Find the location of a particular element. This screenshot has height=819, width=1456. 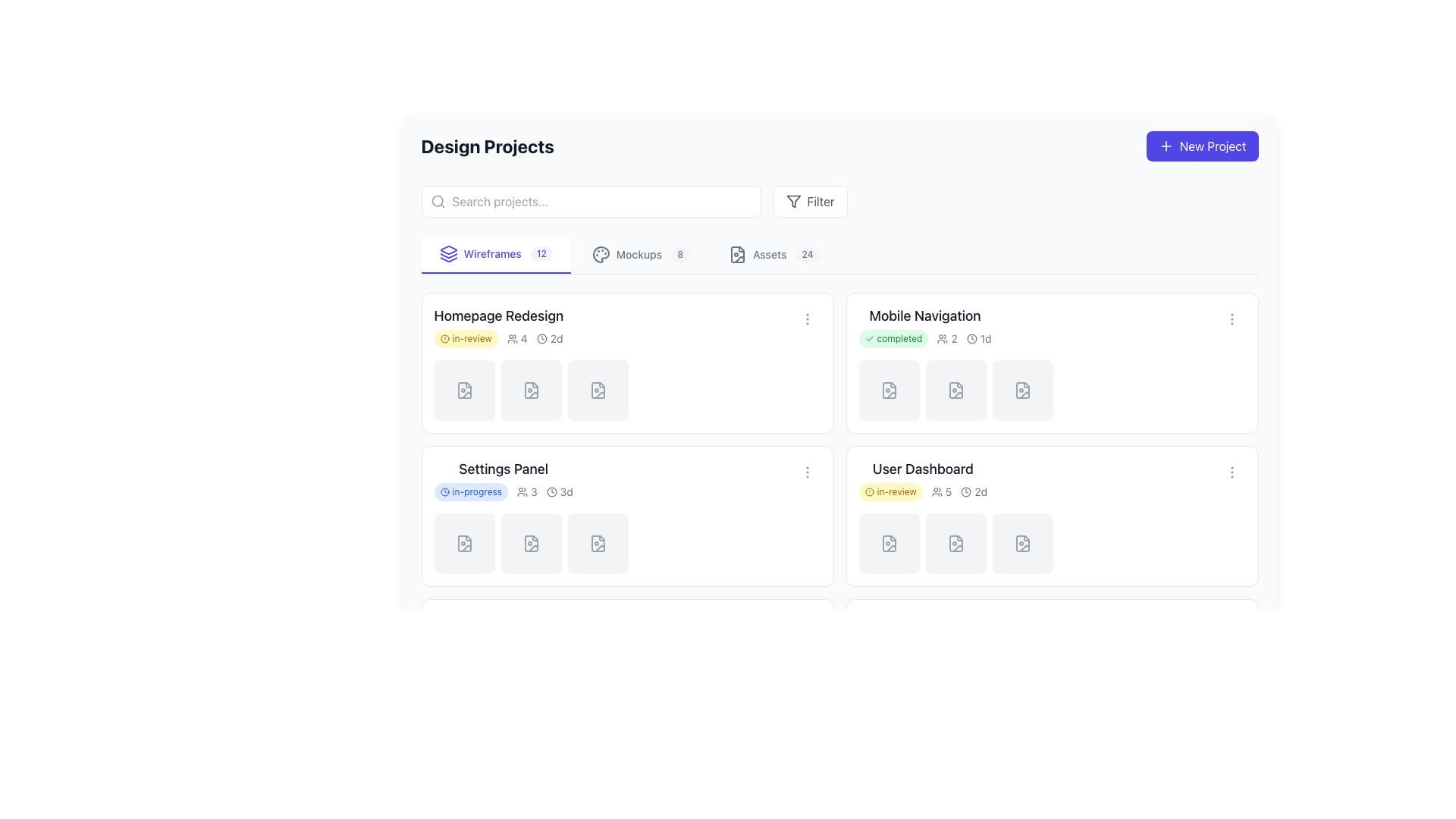

the bold, large gray text label displaying 'Design Projects' located in the top-left quadrant of the interface, positioned above the search and filter controls and to the left of the 'New Project' button is located at coordinates (488, 146).